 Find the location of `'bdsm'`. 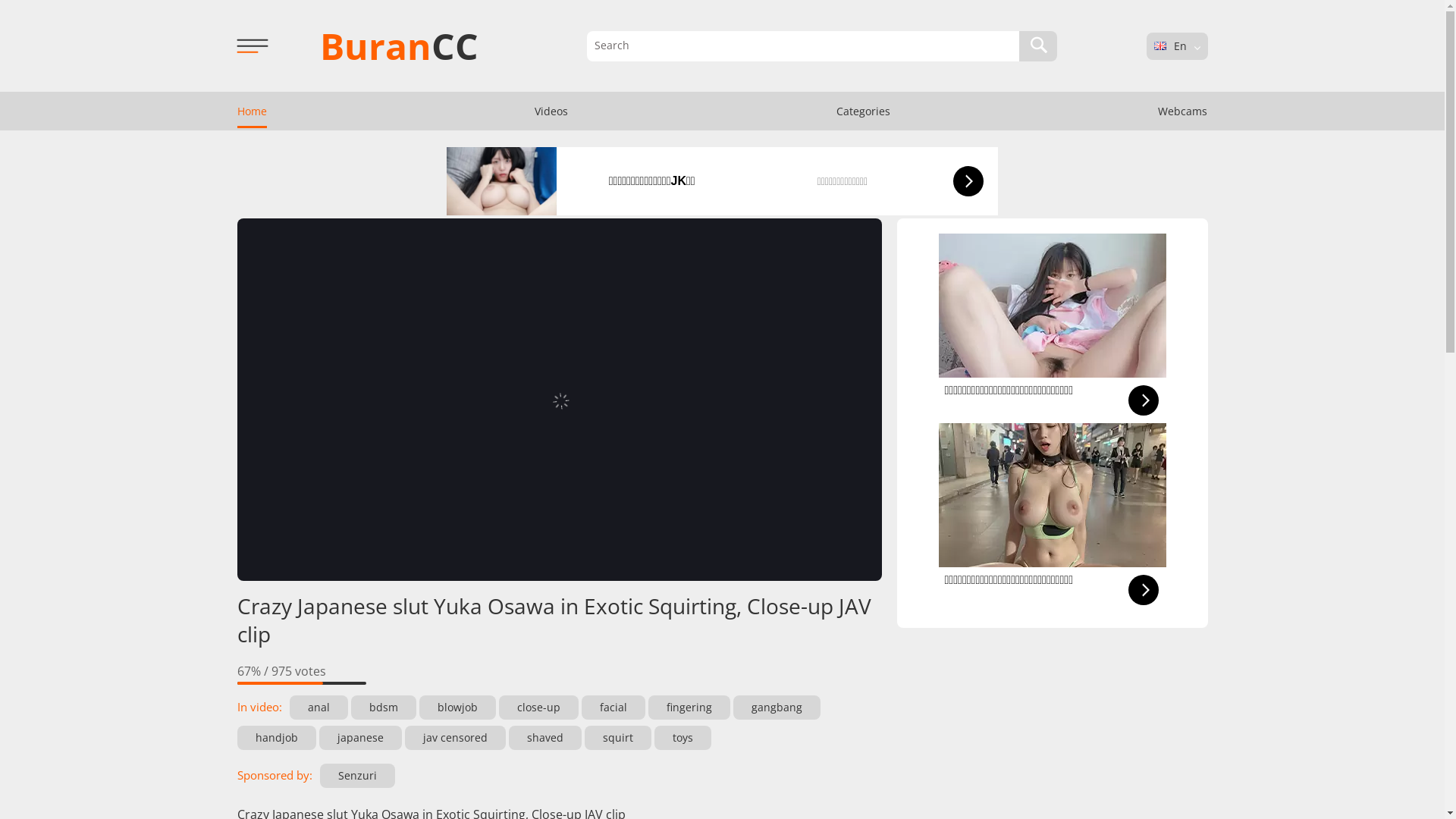

'bdsm' is located at coordinates (382, 708).